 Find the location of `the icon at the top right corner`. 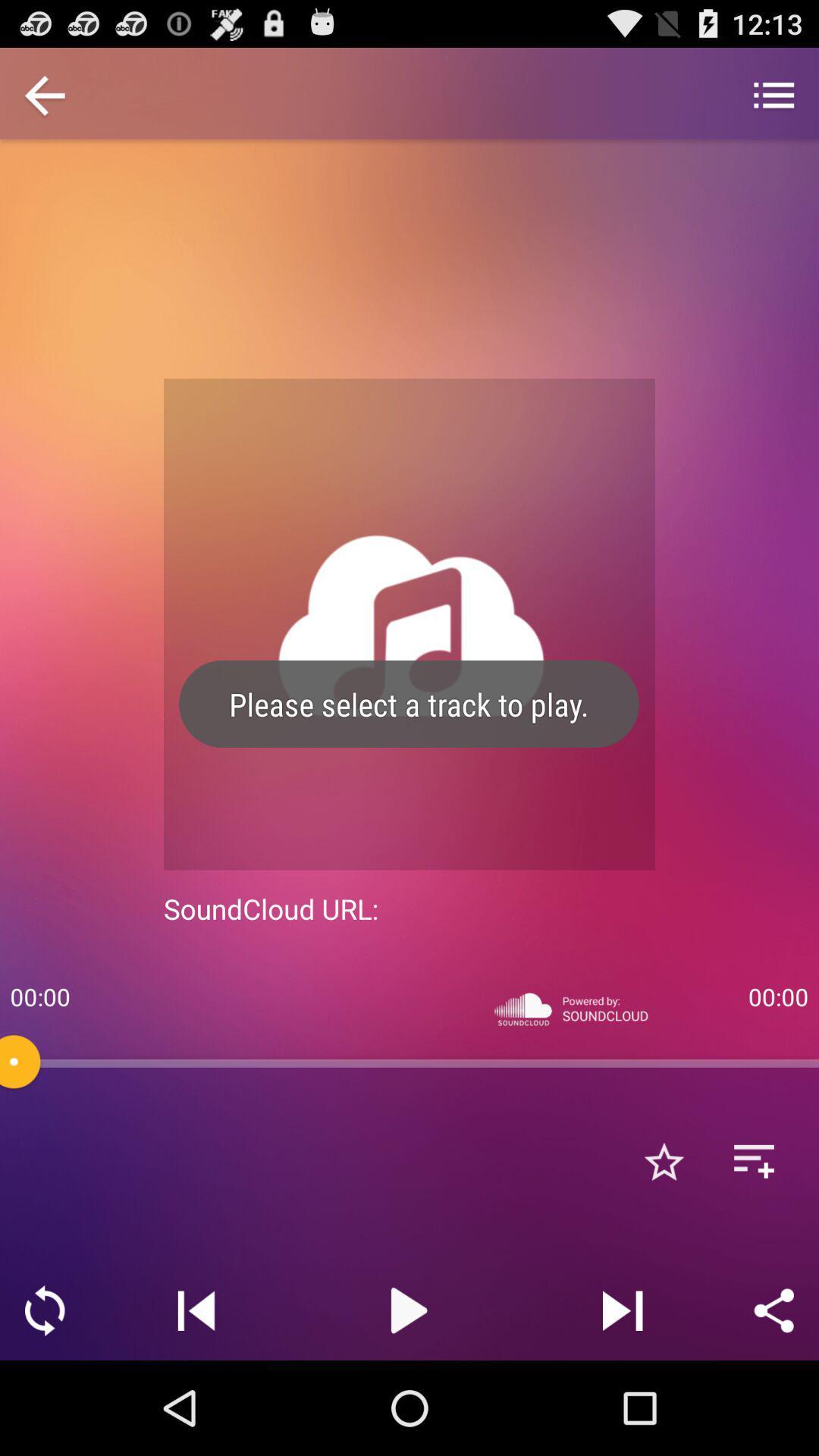

the icon at the top right corner is located at coordinates (773, 96).